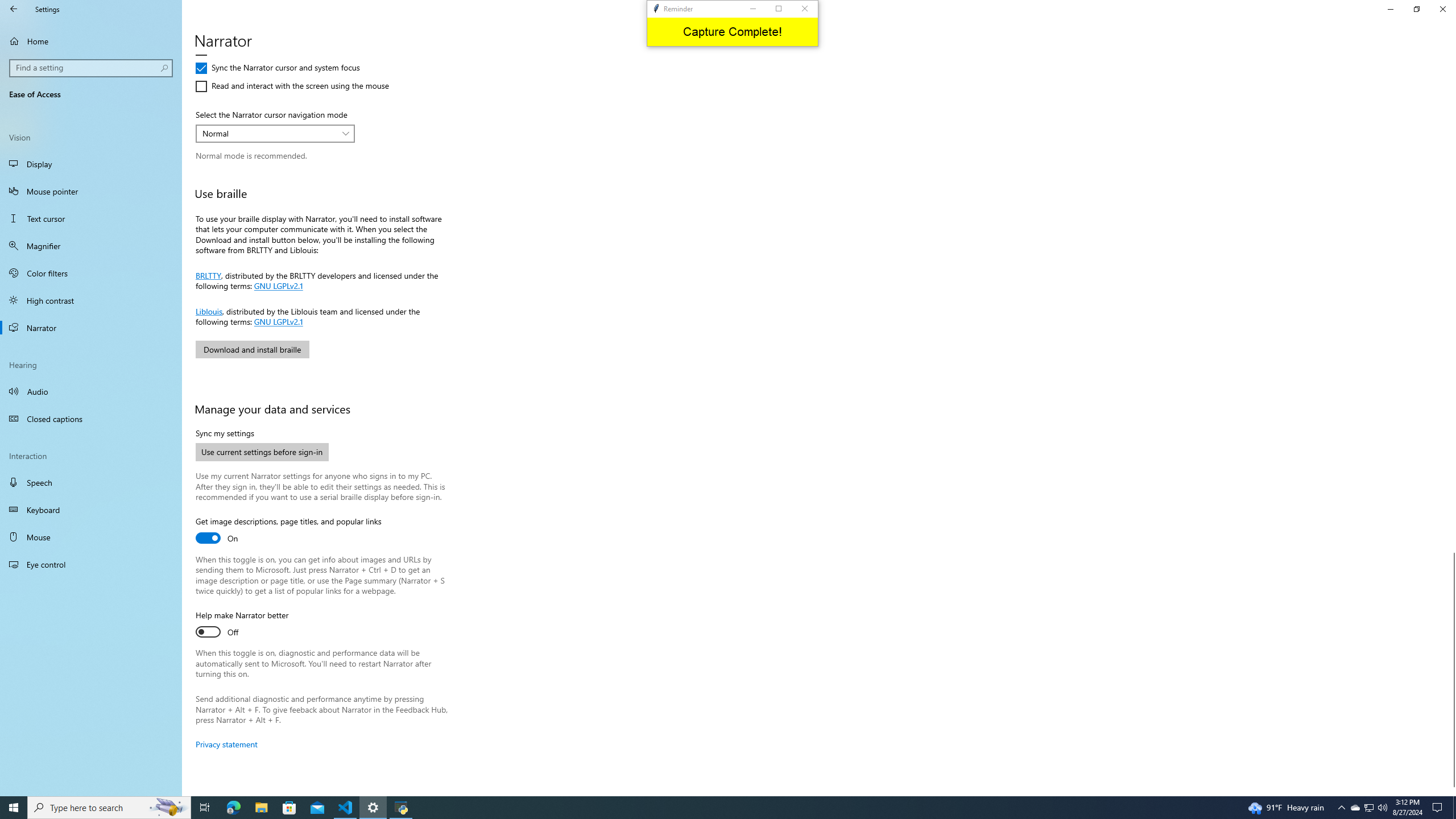  What do you see at coordinates (90, 327) in the screenshot?
I see `'Narrator'` at bounding box center [90, 327].